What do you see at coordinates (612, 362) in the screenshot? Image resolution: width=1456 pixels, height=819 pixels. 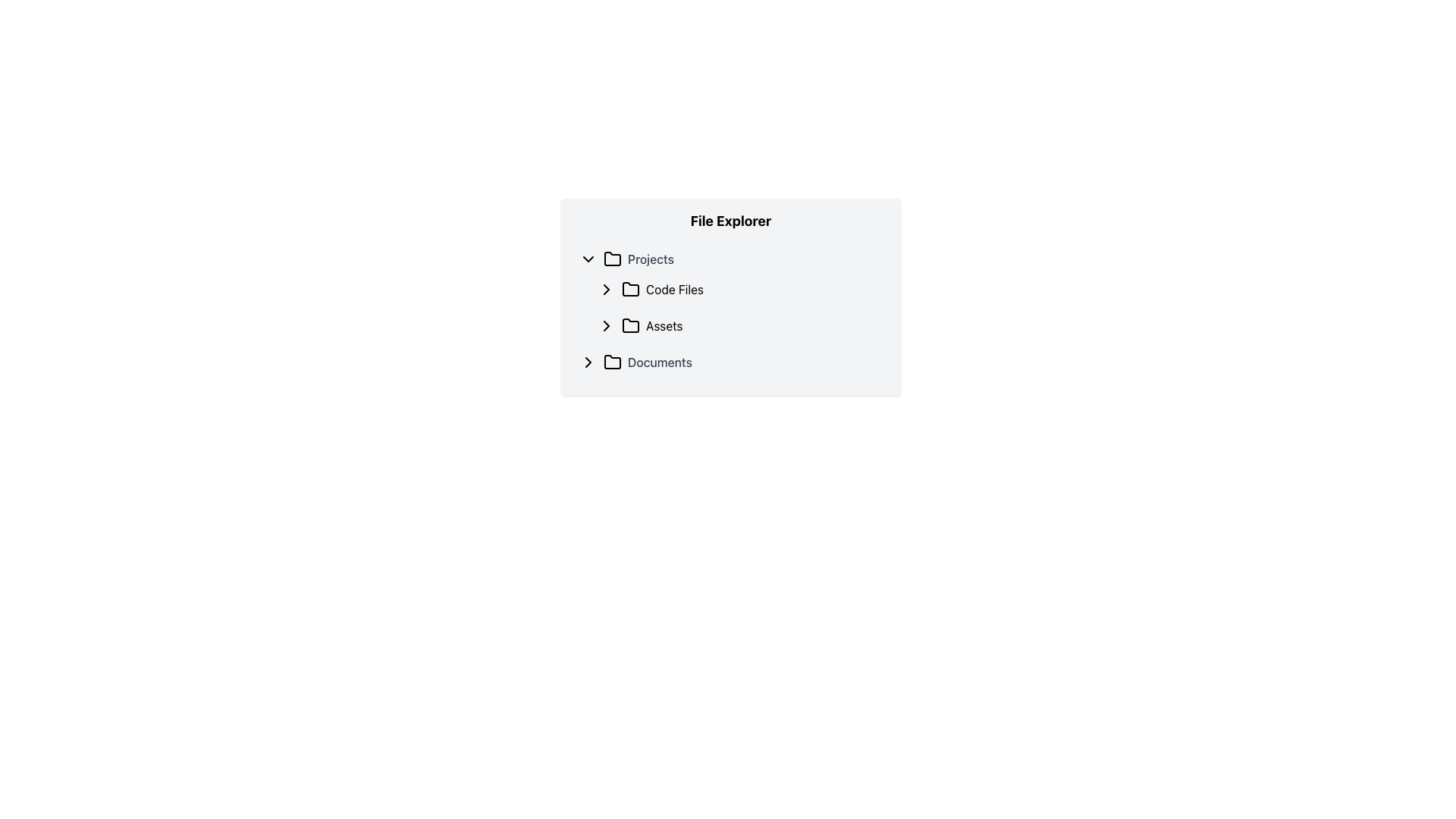 I see `the folder icon located in the fourth row of the File Explorer, positioned to the left of the text label 'Documents'` at bounding box center [612, 362].